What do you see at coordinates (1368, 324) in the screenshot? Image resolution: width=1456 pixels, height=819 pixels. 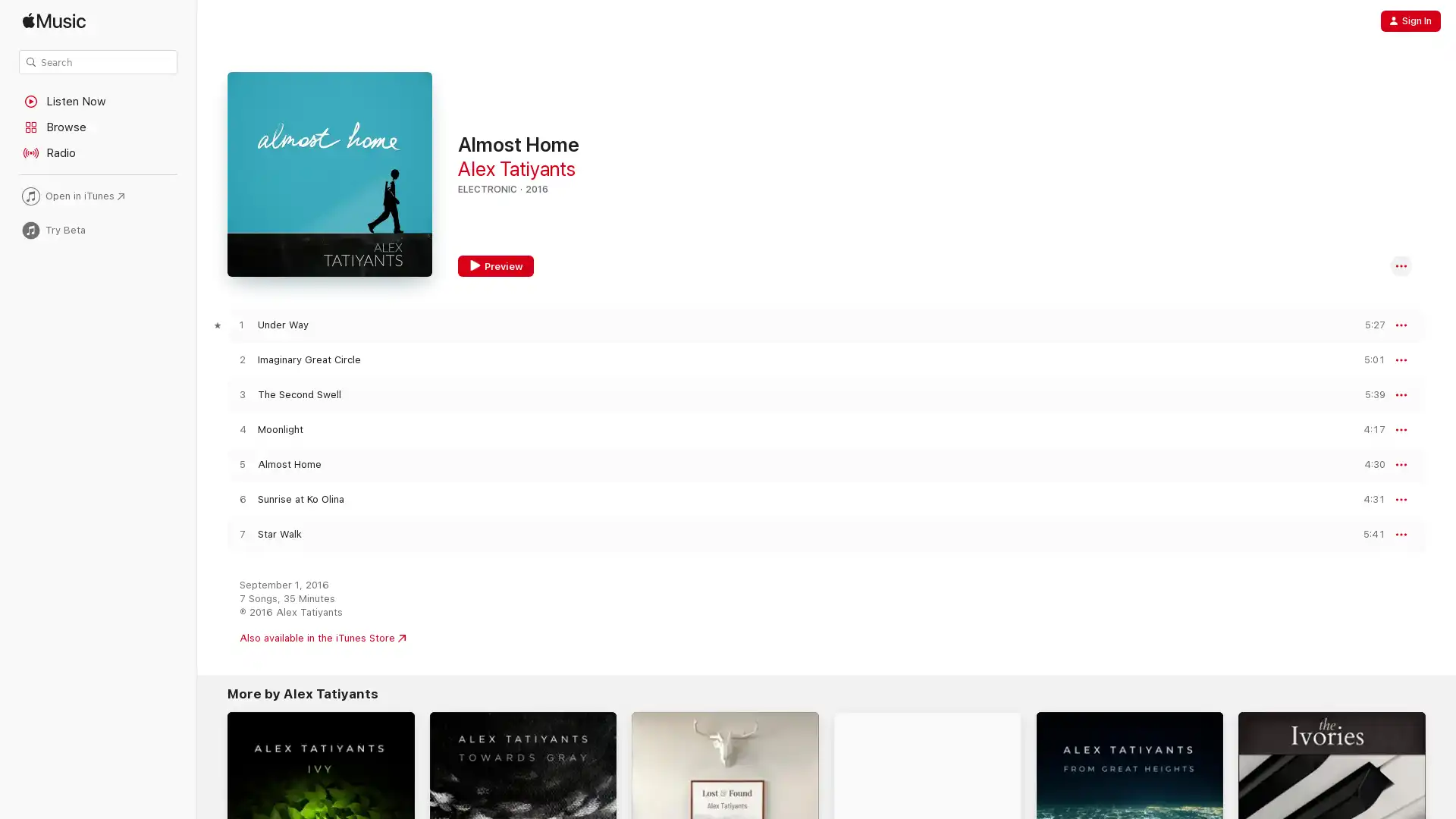 I see `Preview` at bounding box center [1368, 324].